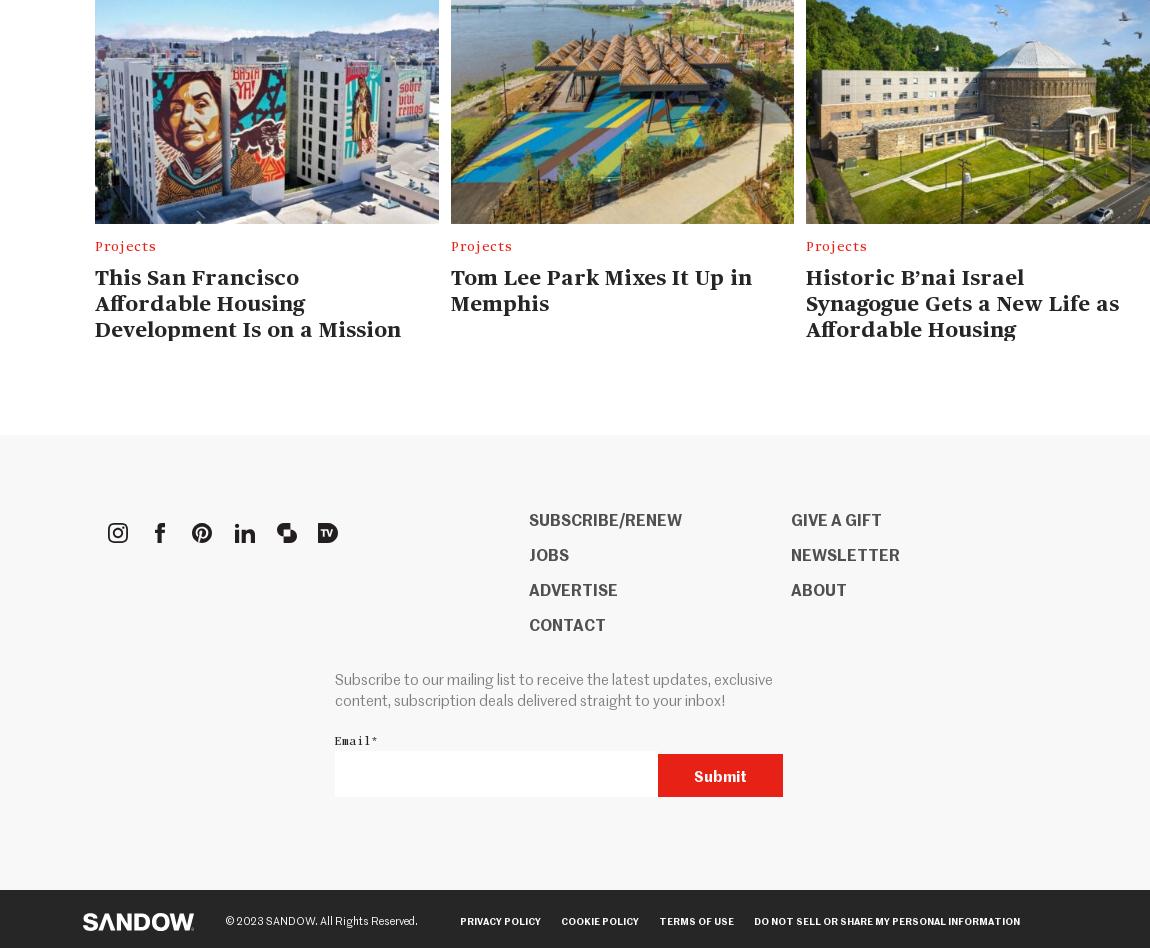 This screenshot has width=1150, height=948. What do you see at coordinates (374, 740) in the screenshot?
I see `'*'` at bounding box center [374, 740].